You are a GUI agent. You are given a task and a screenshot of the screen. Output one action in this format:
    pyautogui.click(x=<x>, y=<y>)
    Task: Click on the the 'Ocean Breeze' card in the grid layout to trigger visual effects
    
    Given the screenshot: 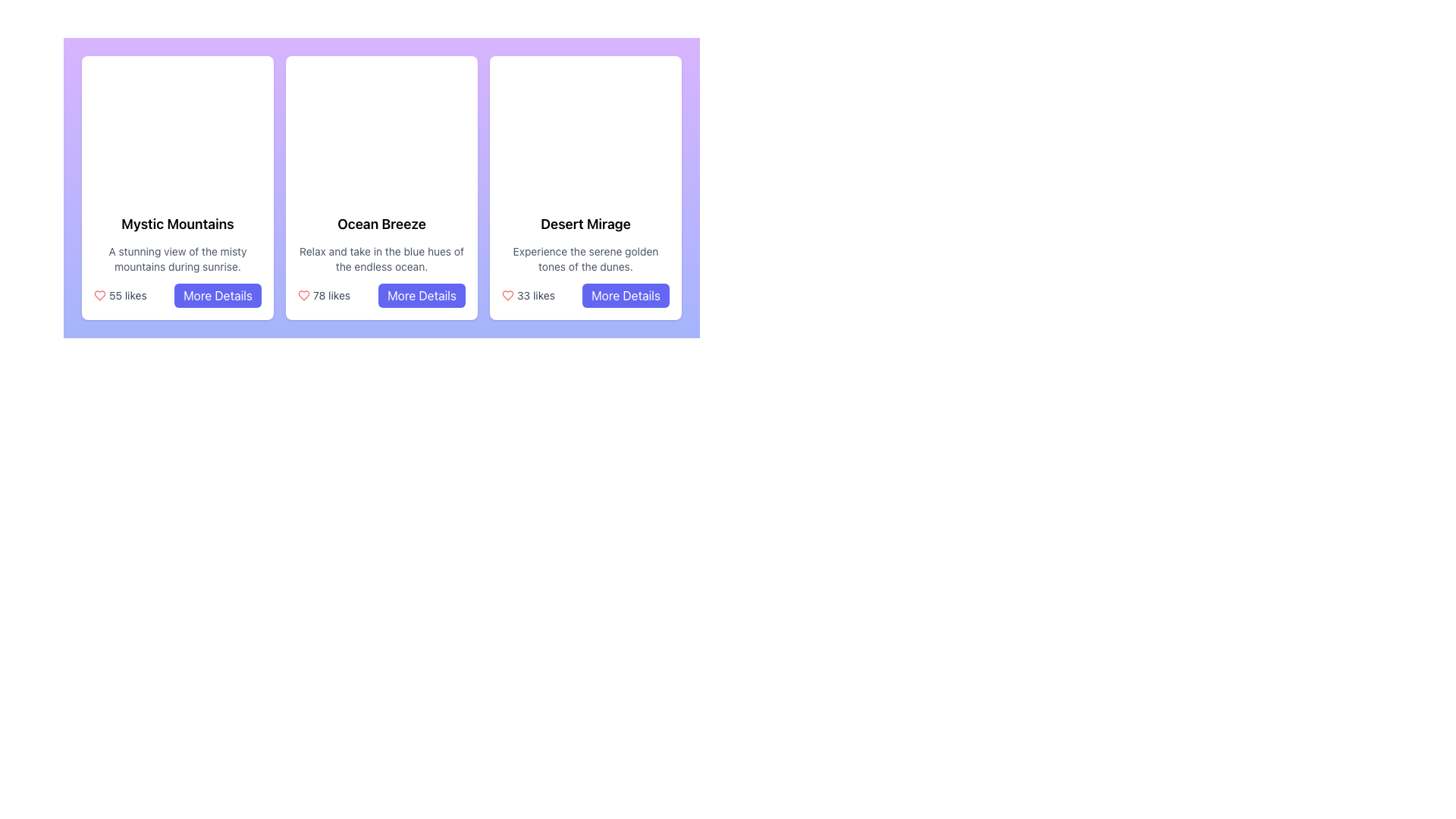 What is the action you would take?
    pyautogui.click(x=381, y=187)
    